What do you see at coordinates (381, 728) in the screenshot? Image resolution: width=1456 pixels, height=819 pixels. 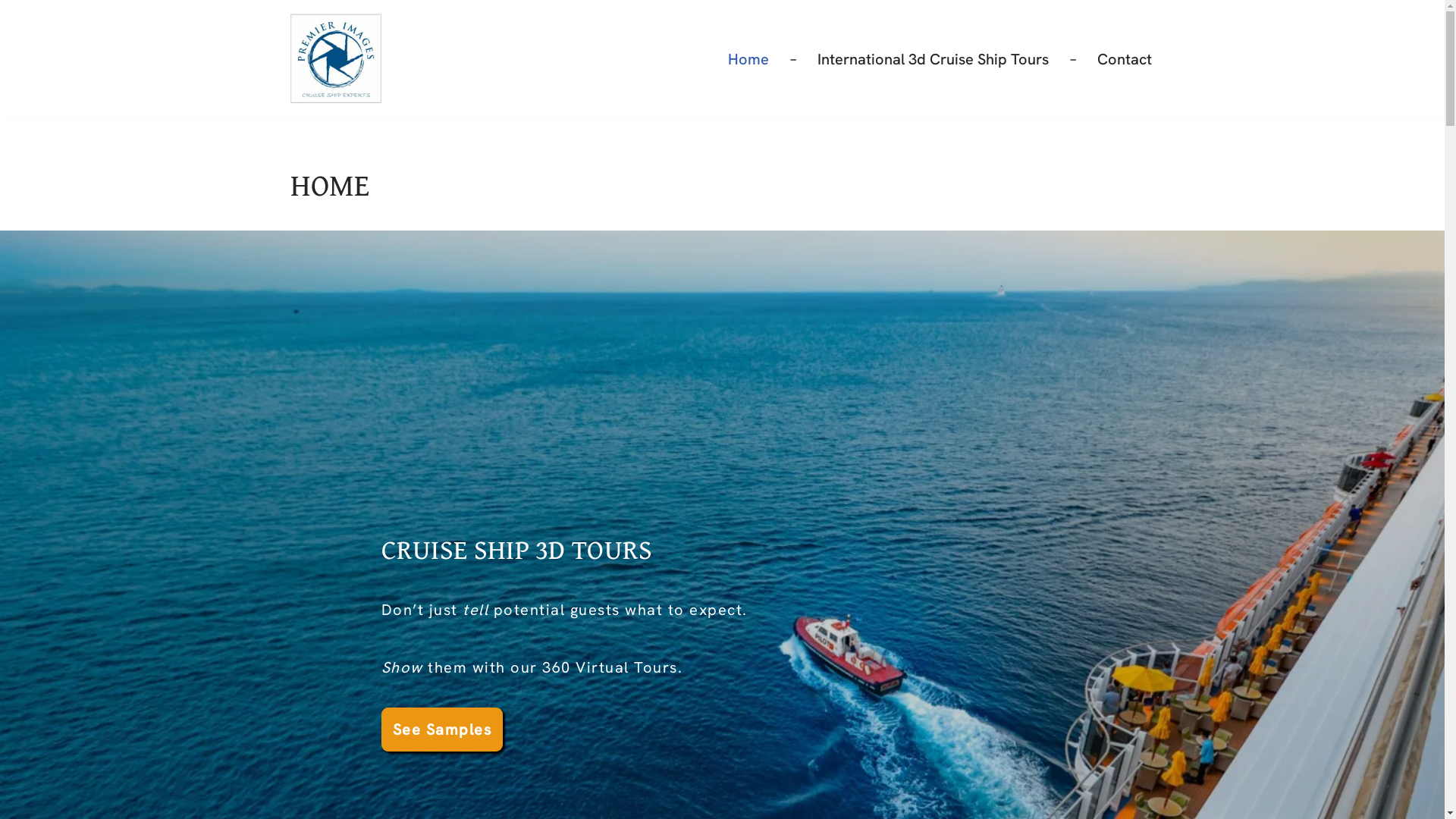 I see `'See Samples'` at bounding box center [381, 728].